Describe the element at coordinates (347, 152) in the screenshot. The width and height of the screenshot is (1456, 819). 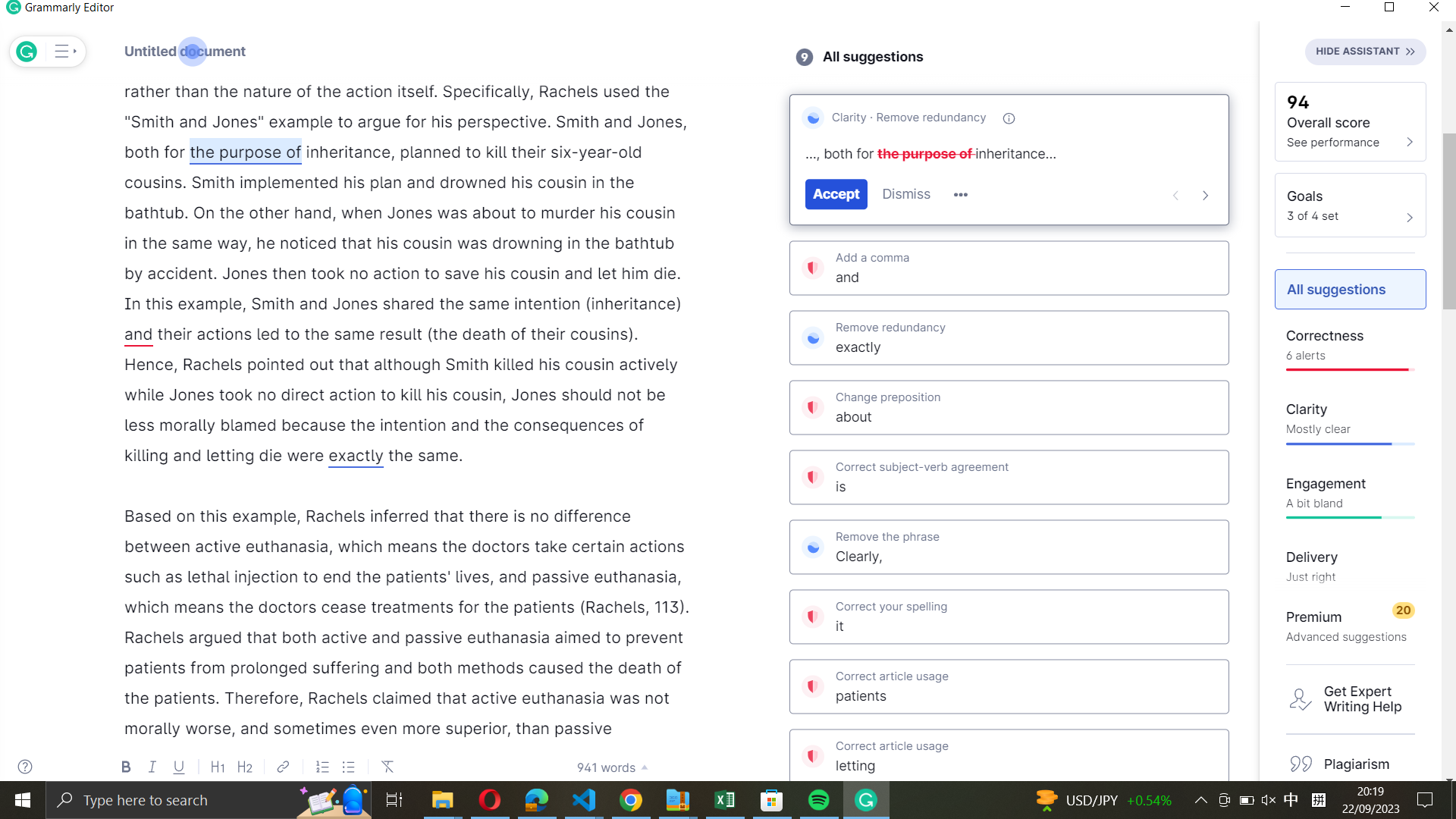
I see `Agree with Grammarly"s suggested amendment for the keyword "inheritance` at that location.